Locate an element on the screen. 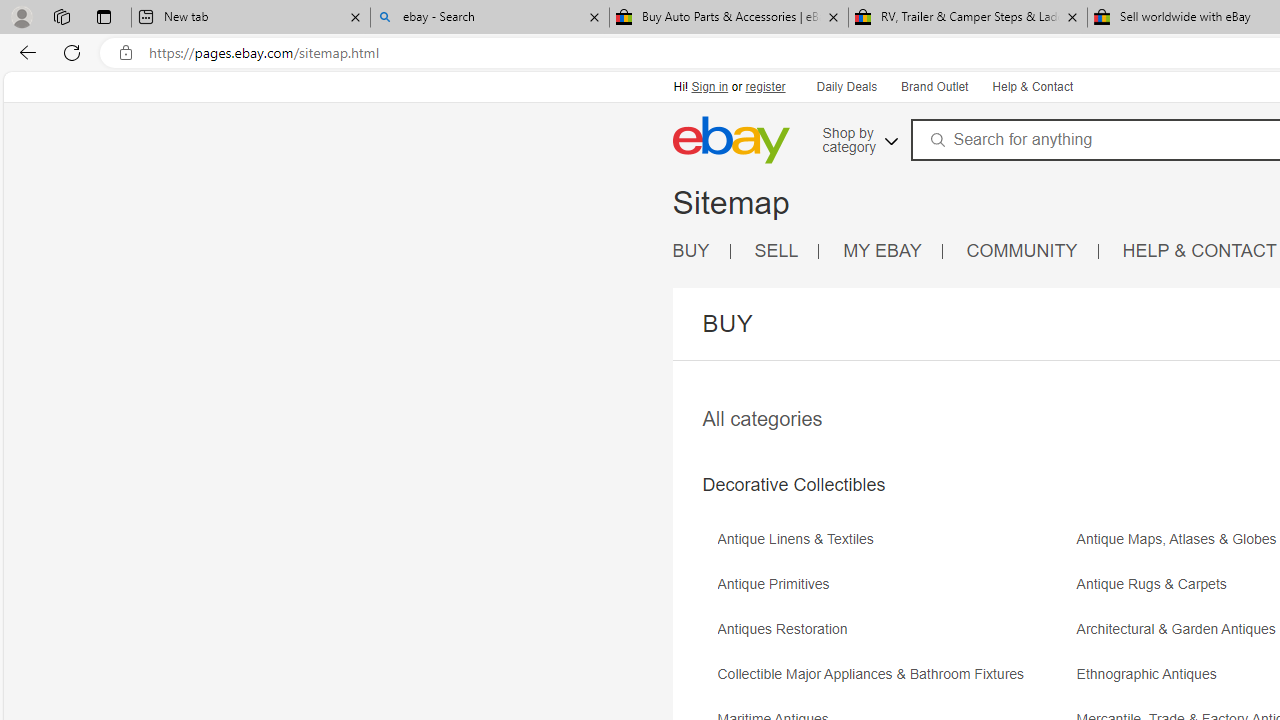 Image resolution: width=1280 pixels, height=720 pixels. 'ebay - Search' is located at coordinates (490, 17).